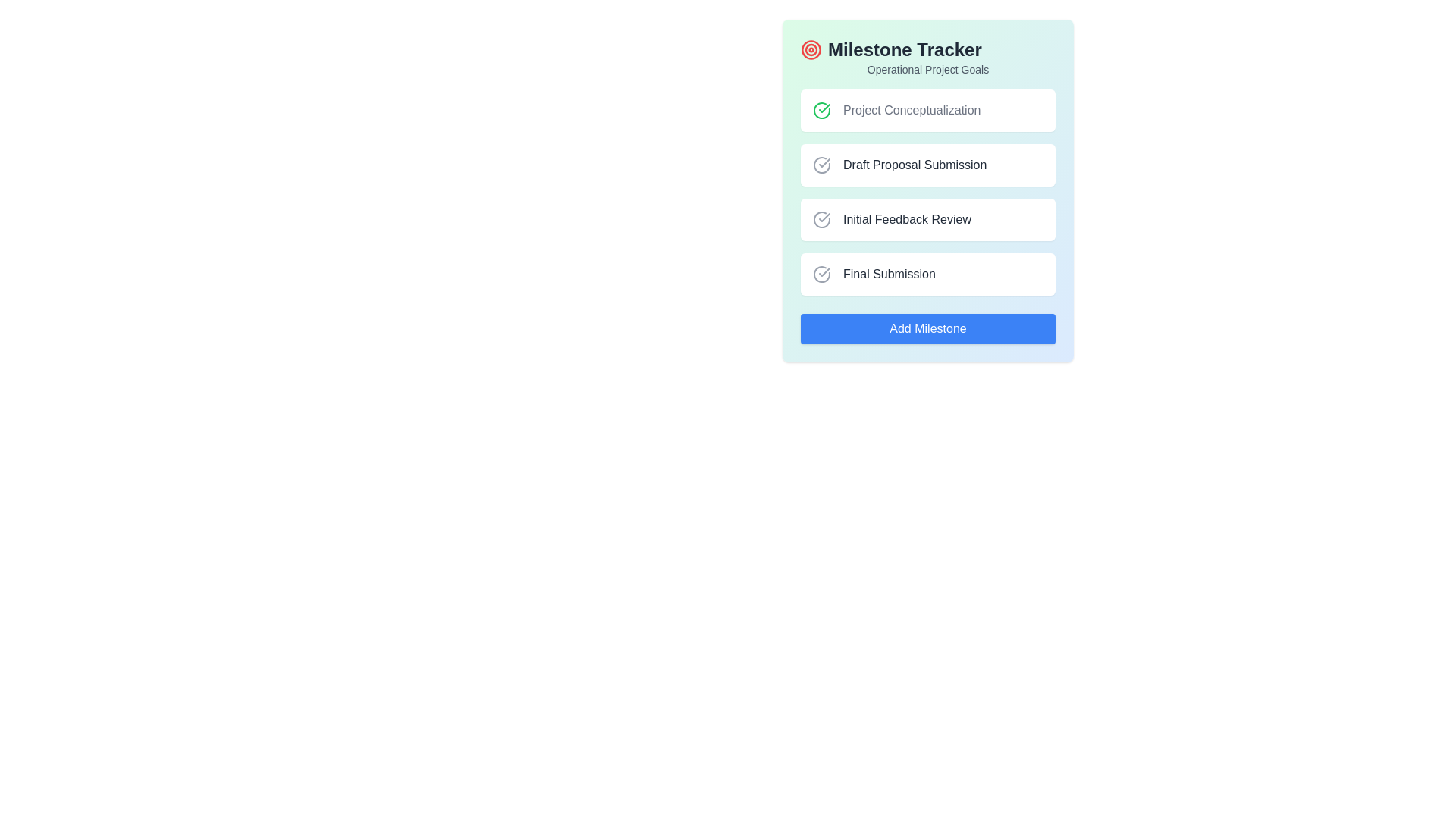  I want to click on the tick-shaped segment of the checkmark icon representing the completion of the 'Project Conceptualization' task, so click(824, 107).